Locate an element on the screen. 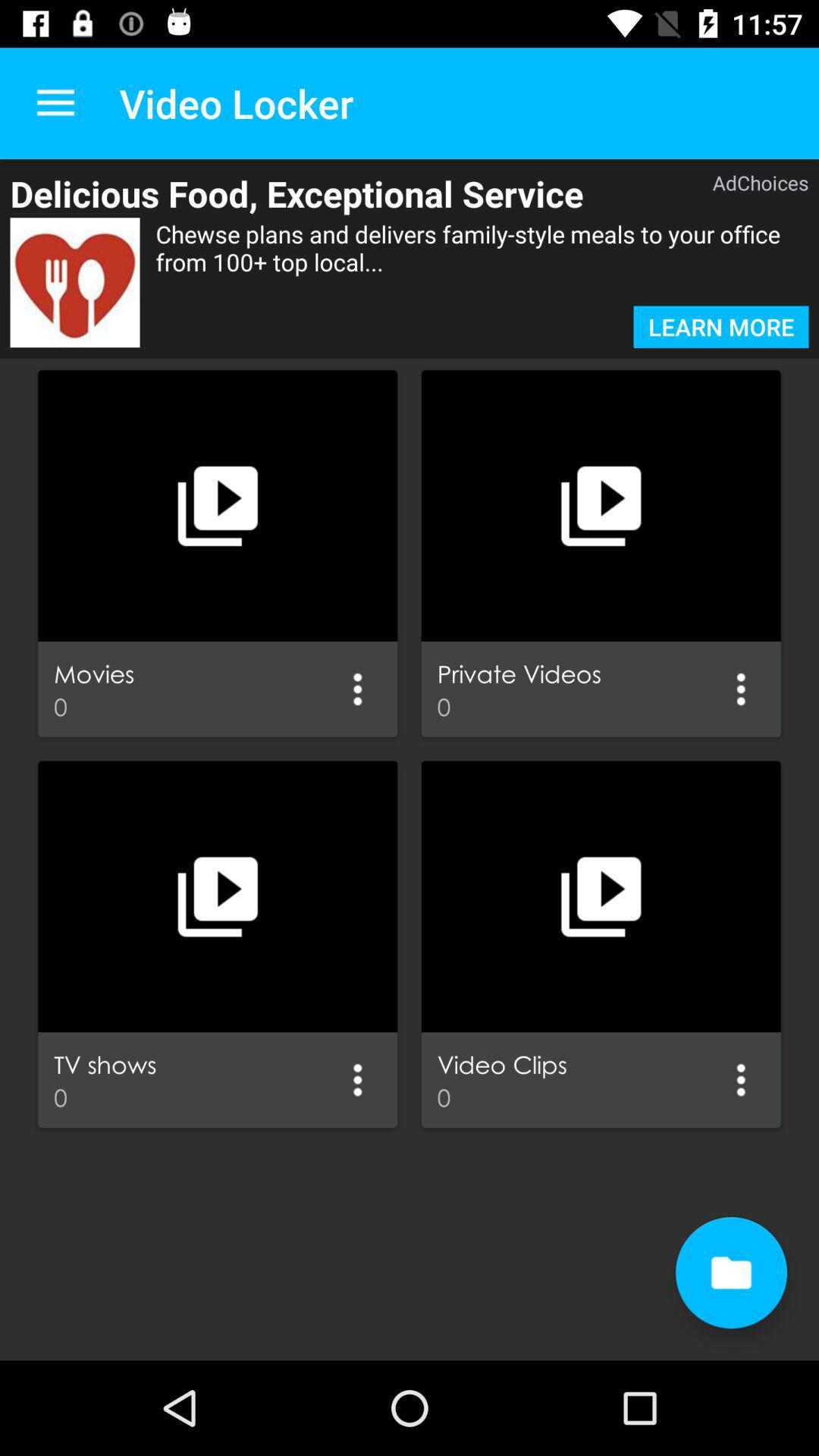 Image resolution: width=819 pixels, height=1456 pixels. option is located at coordinates (357, 688).